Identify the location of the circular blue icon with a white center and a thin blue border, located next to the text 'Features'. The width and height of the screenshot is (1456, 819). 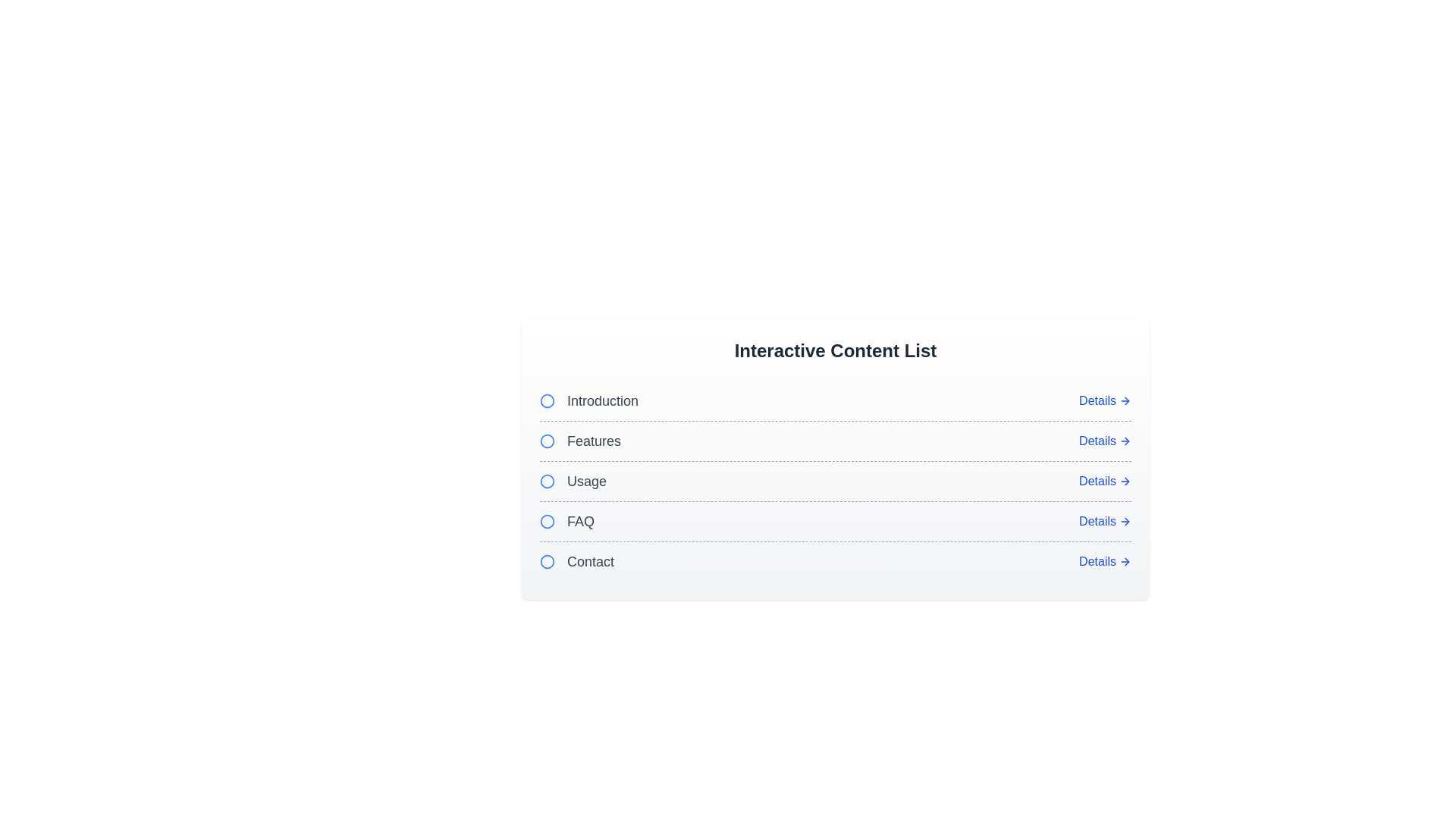
(546, 441).